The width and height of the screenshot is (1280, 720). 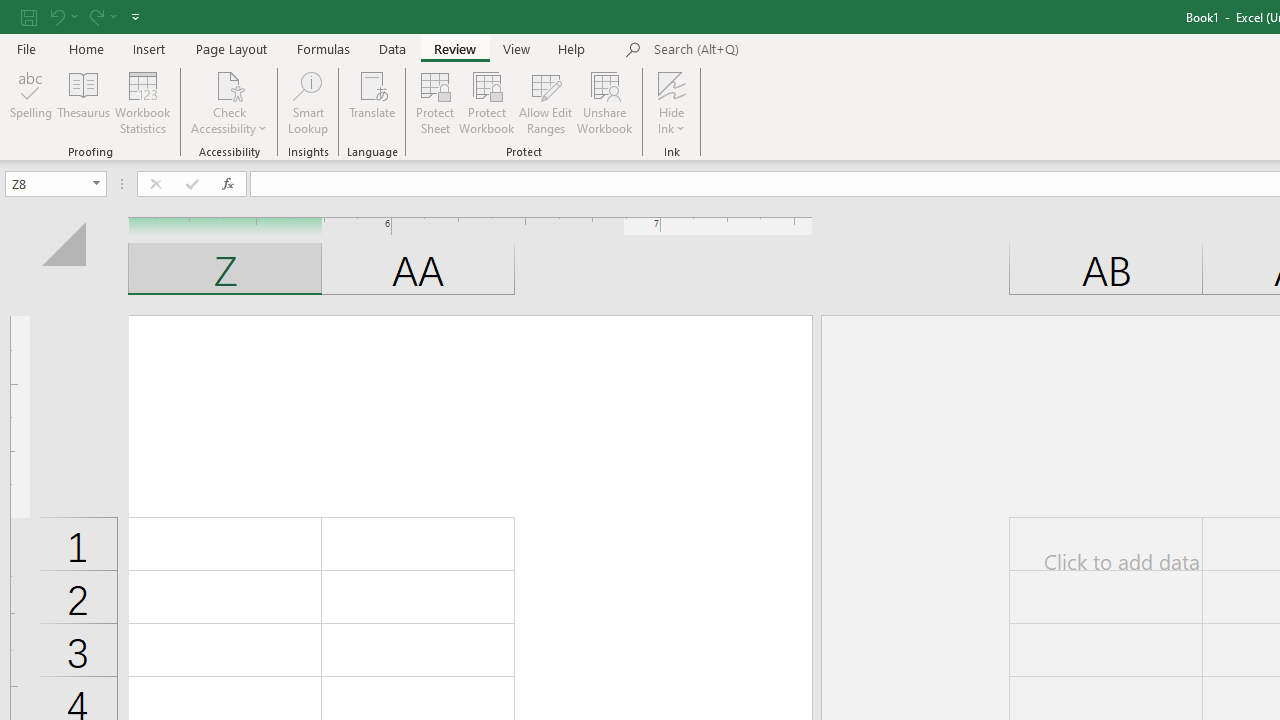 I want to click on 'Translate', so click(x=372, y=103).